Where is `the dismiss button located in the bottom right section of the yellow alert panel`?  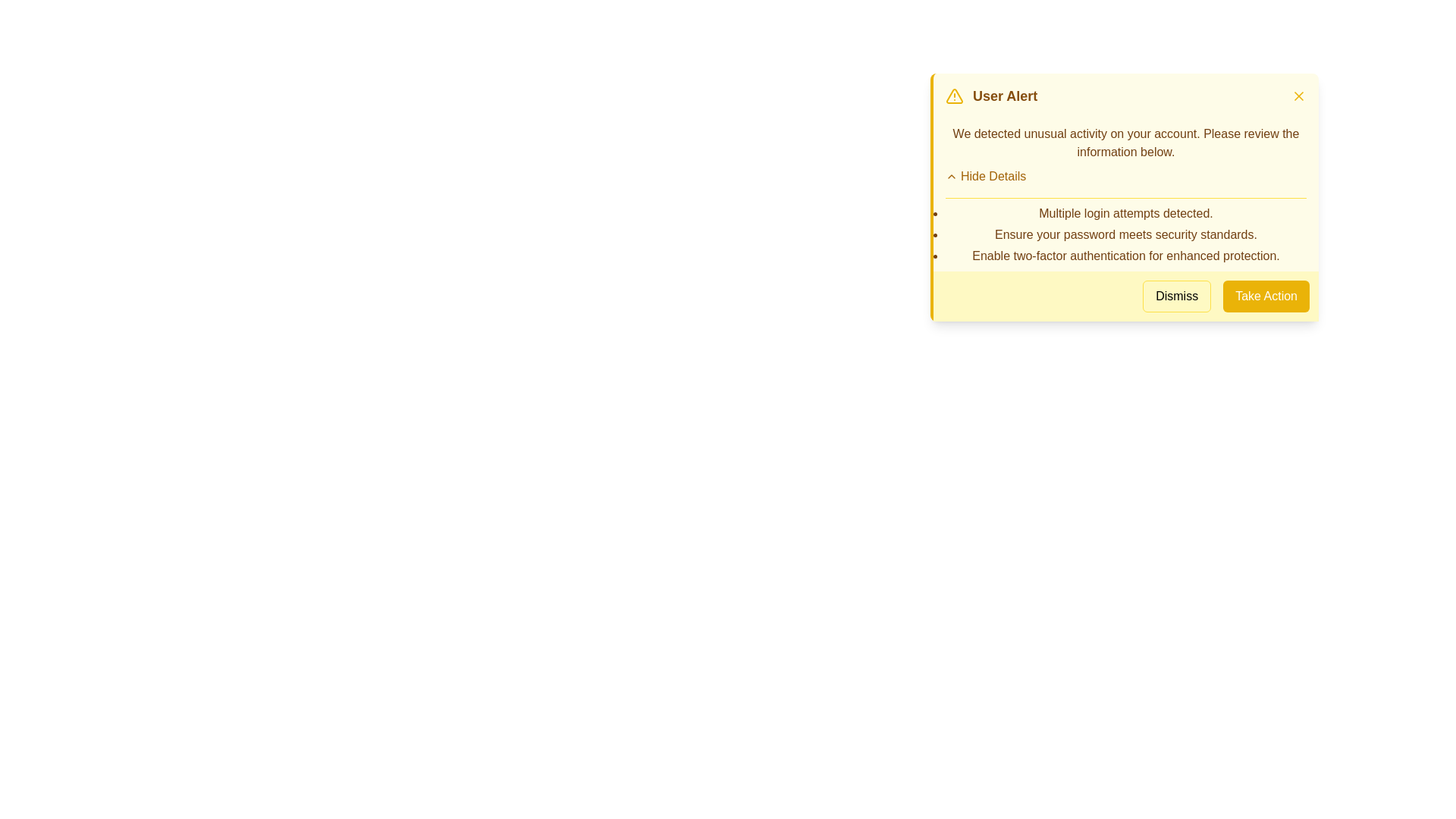
the dismiss button located in the bottom right section of the yellow alert panel is located at coordinates (1176, 296).